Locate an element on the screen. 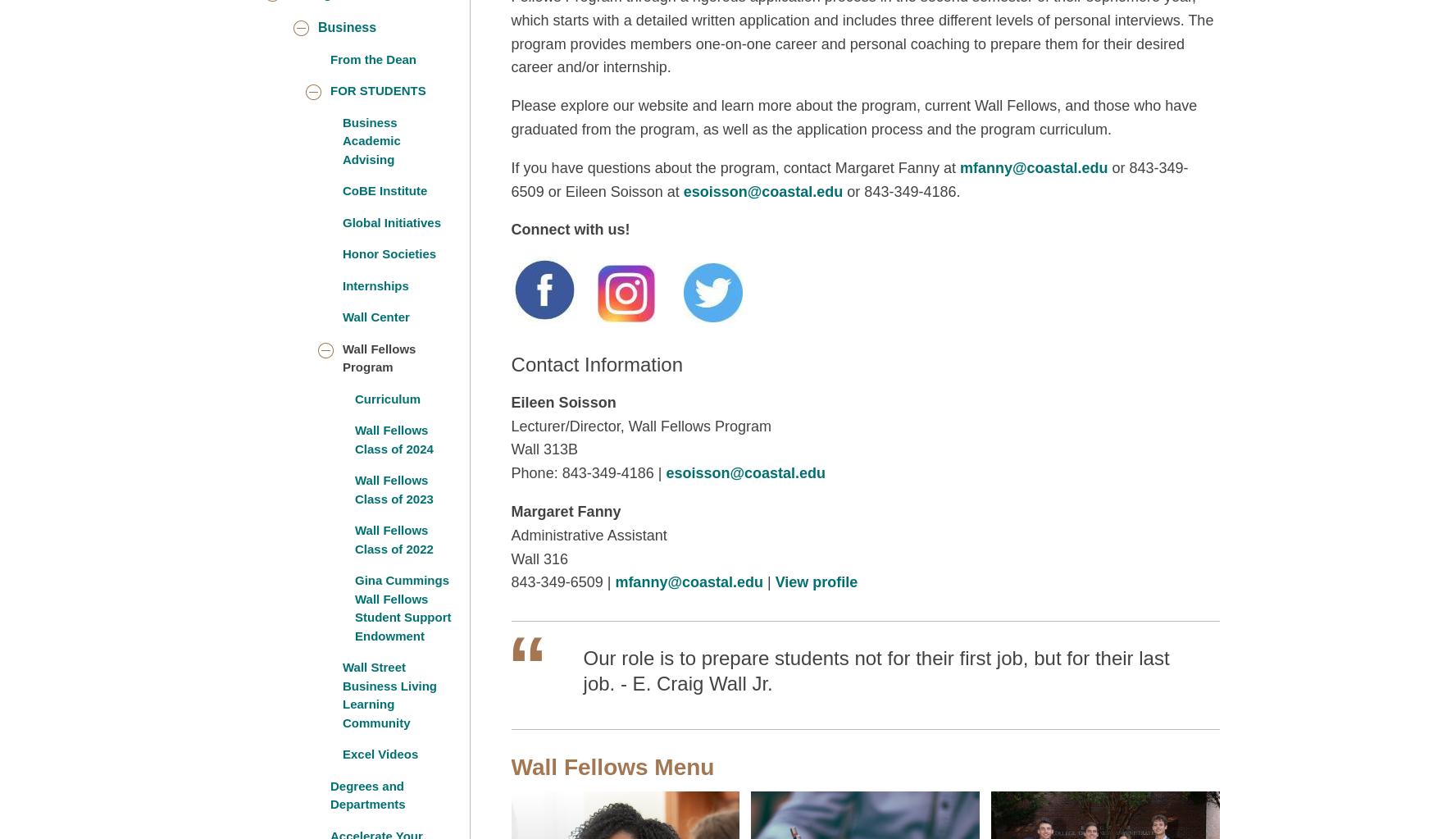 Image resolution: width=1456 pixels, height=839 pixels. 'Global Initiatives' is located at coordinates (390, 221).